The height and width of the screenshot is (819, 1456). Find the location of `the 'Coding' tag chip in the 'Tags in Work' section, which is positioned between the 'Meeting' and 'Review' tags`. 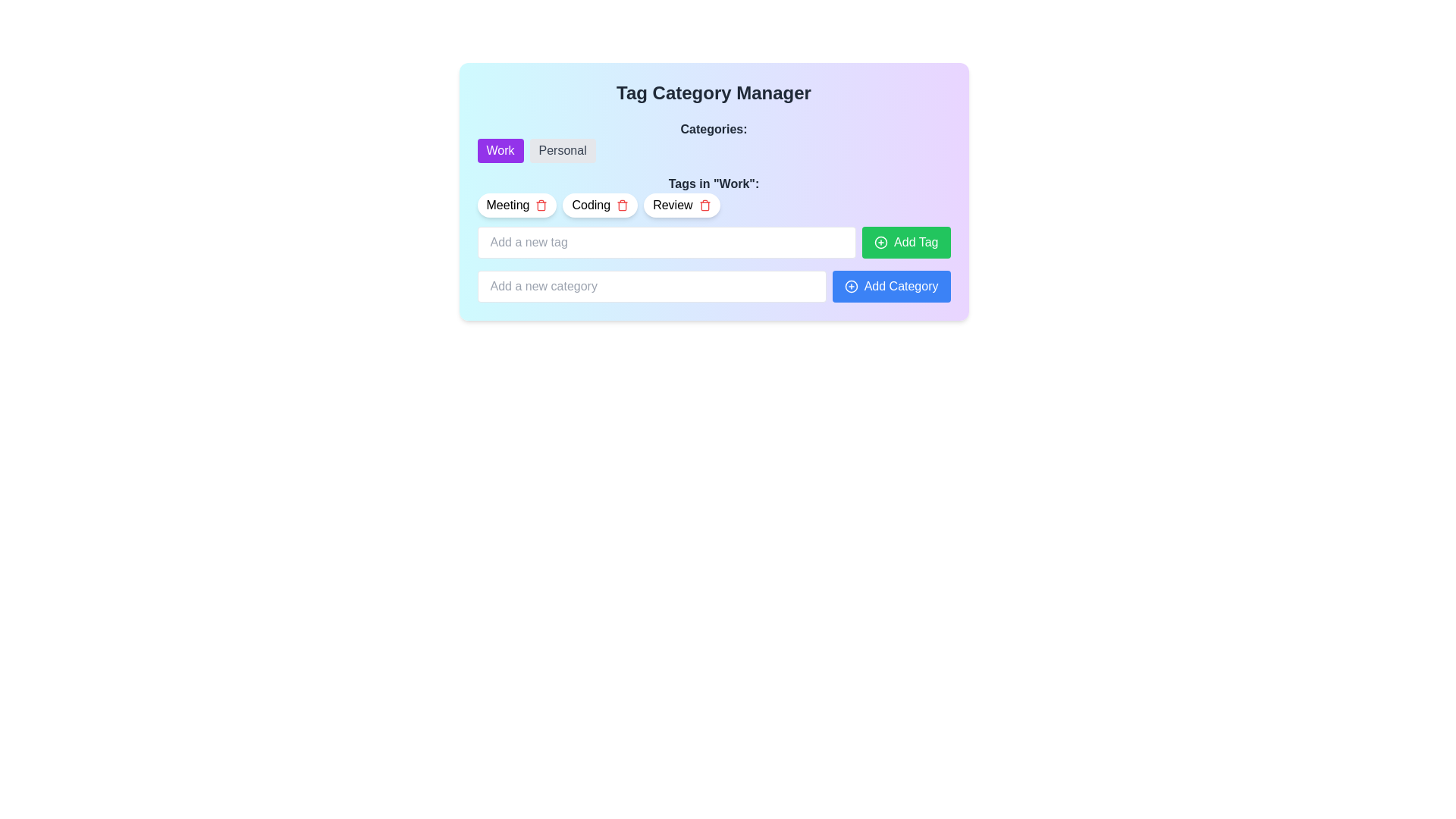

the 'Coding' tag chip in the 'Tags in Work' section, which is positioned between the 'Meeting' and 'Review' tags is located at coordinates (599, 205).